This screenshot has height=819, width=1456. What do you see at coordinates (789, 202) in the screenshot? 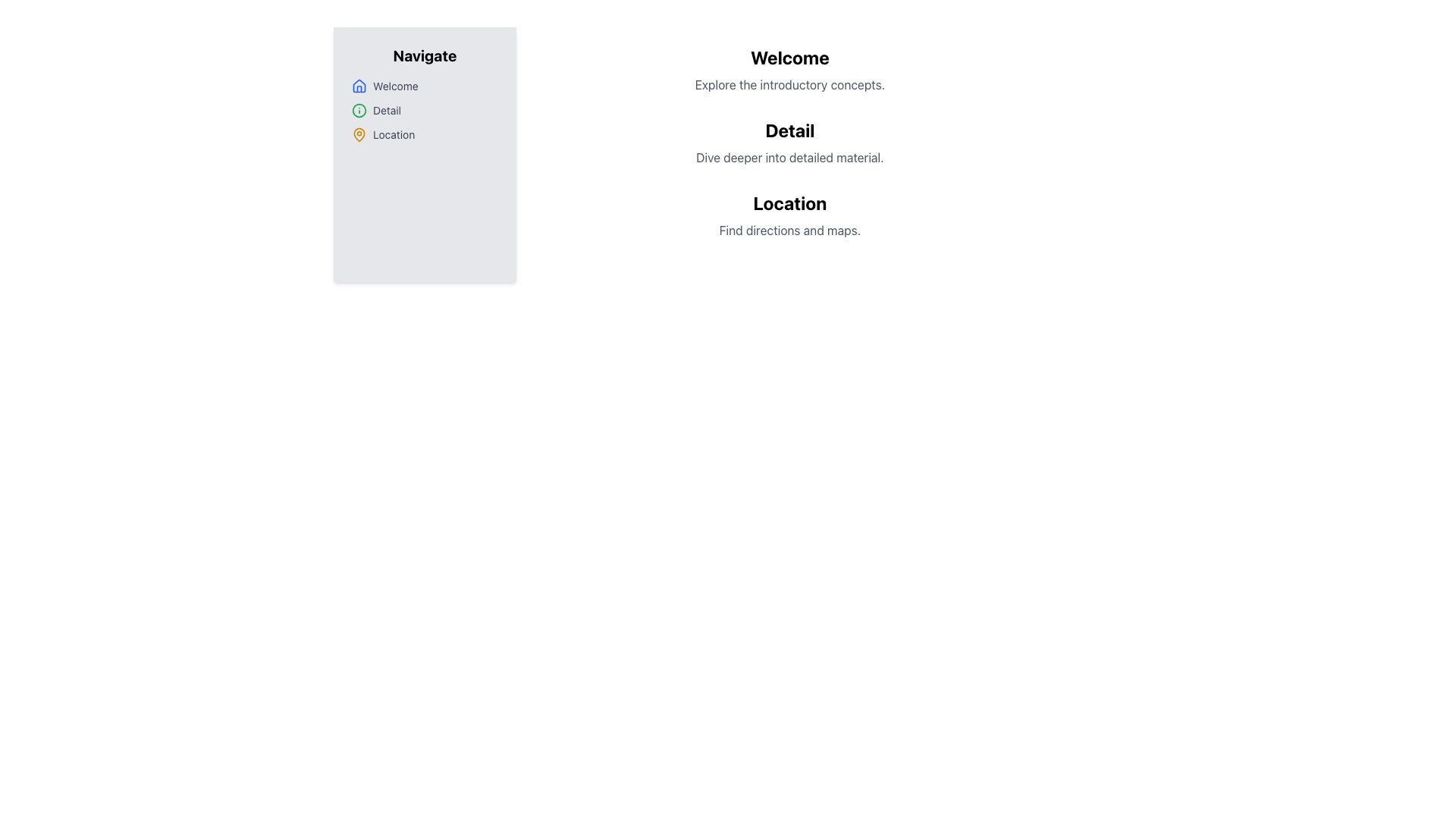
I see `the Text Label that serves as a title for location-related information, located slightly lower on the page, above the text 'Find directions and maps'` at bounding box center [789, 202].